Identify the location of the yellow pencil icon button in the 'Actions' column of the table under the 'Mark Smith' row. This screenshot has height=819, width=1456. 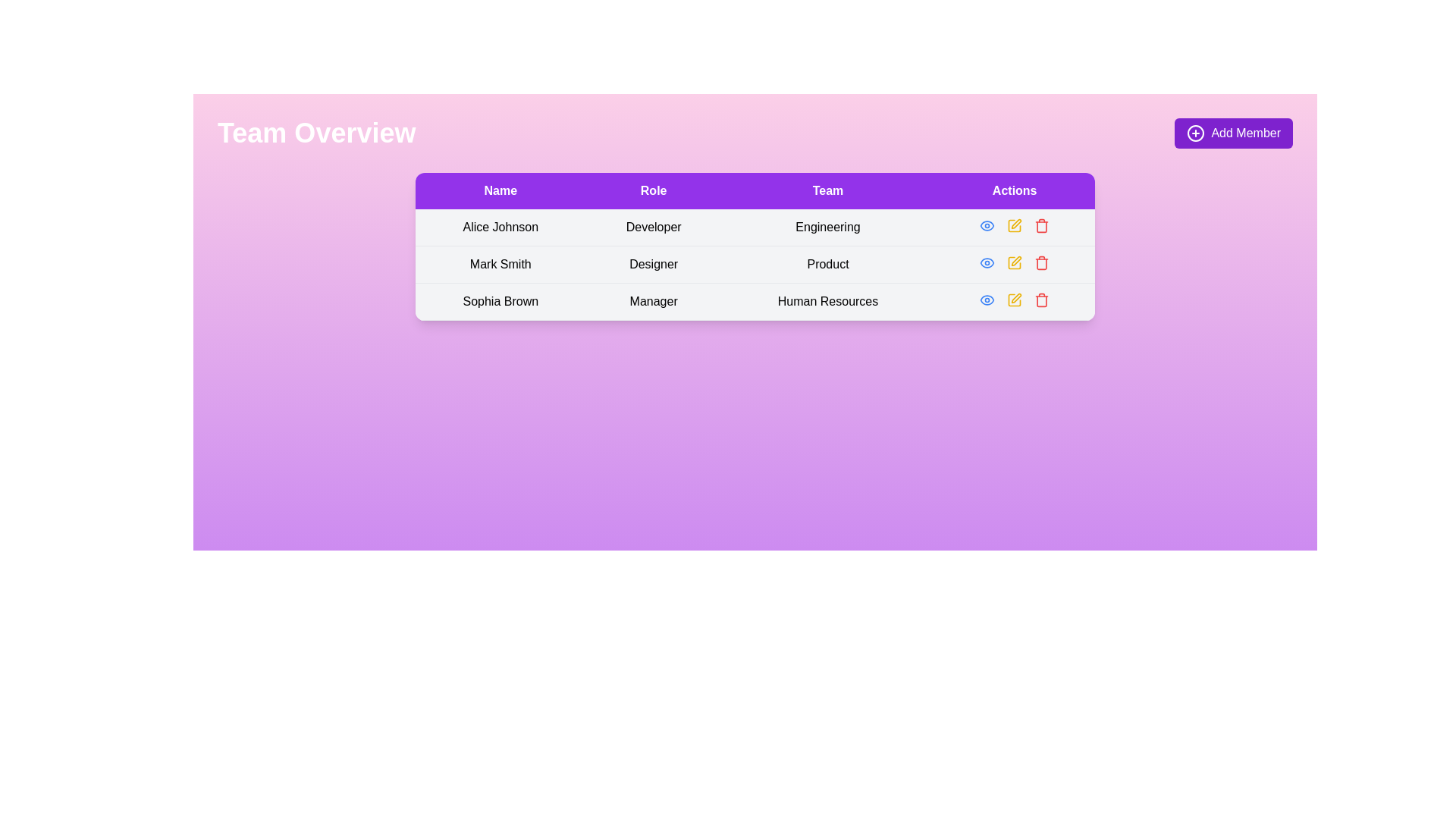
(1015, 262).